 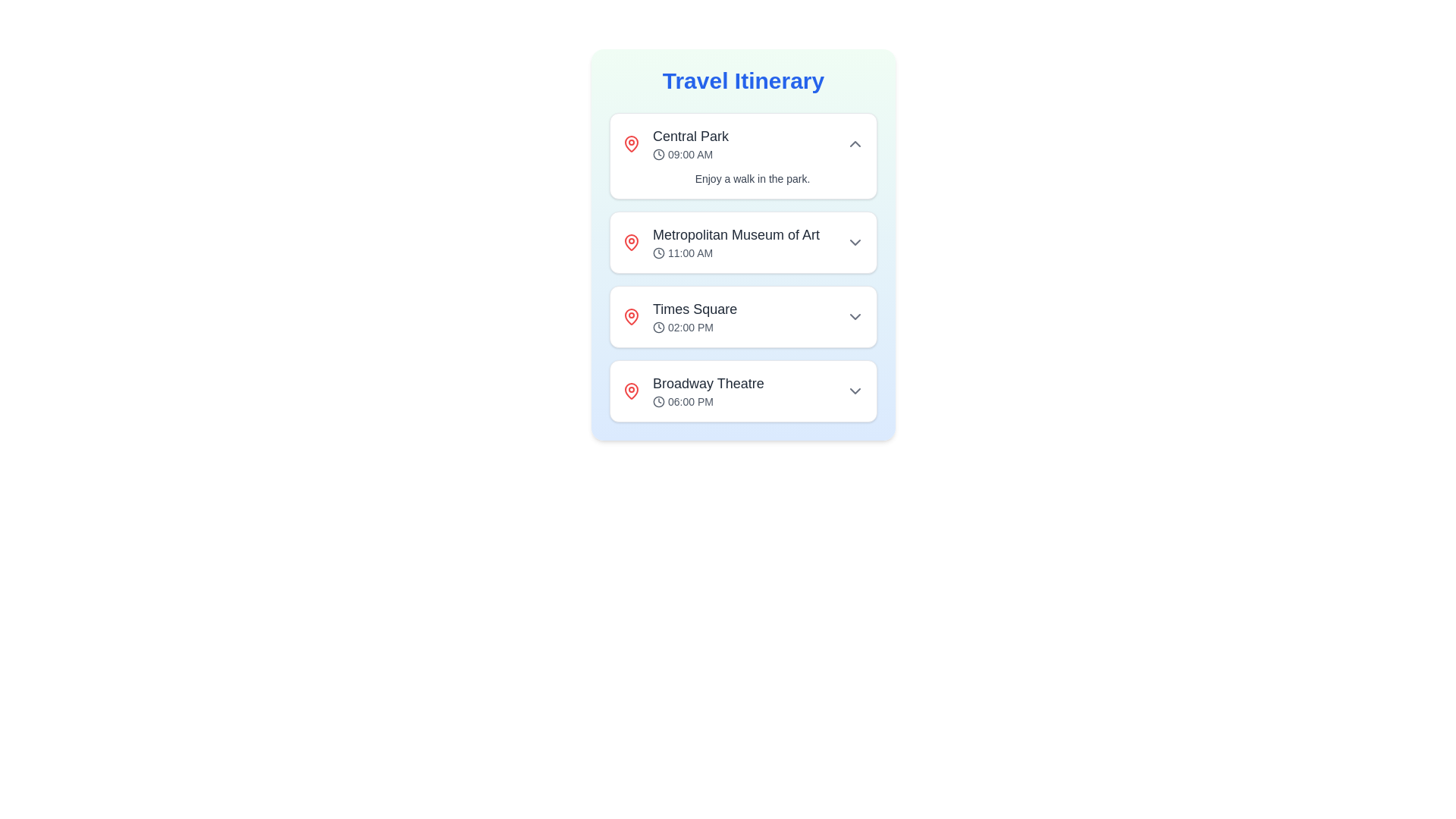 I want to click on the decorative SVG circle shape representing a clock icon, located within the travel itinerary layout, so click(x=658, y=155).